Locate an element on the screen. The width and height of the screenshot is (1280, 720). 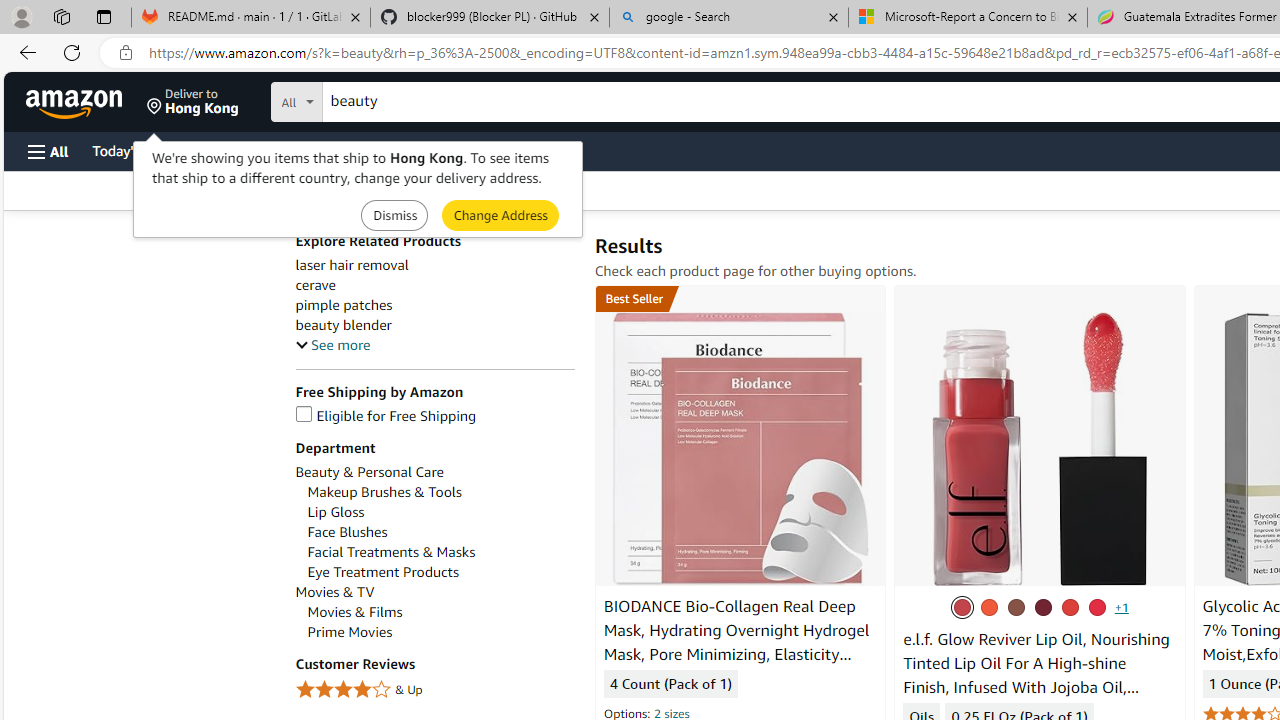
'Movies & TV' is located at coordinates (334, 591).